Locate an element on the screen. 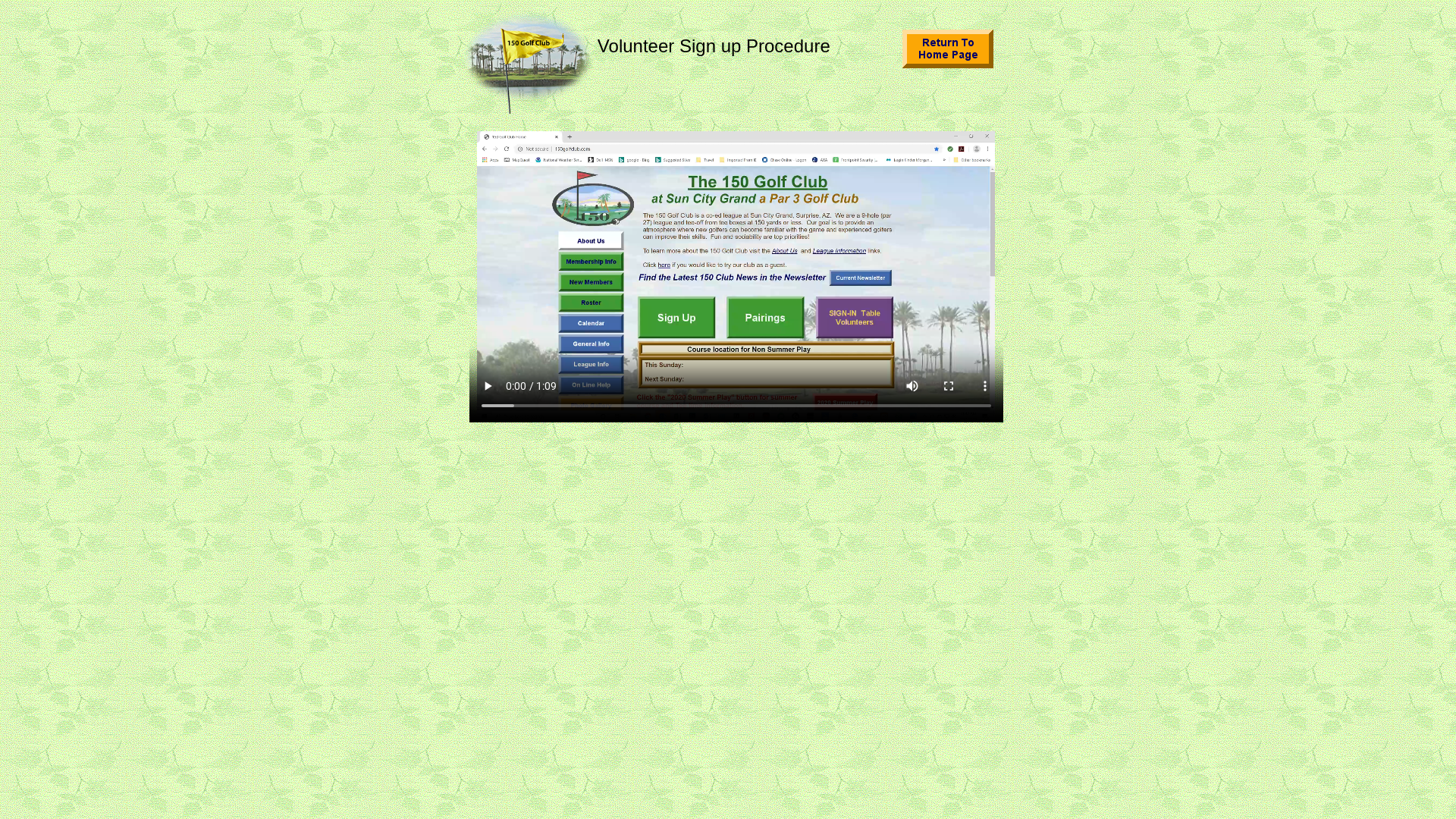 Image resolution: width=1456 pixels, height=819 pixels. 'Home Page' is located at coordinates (946, 48).